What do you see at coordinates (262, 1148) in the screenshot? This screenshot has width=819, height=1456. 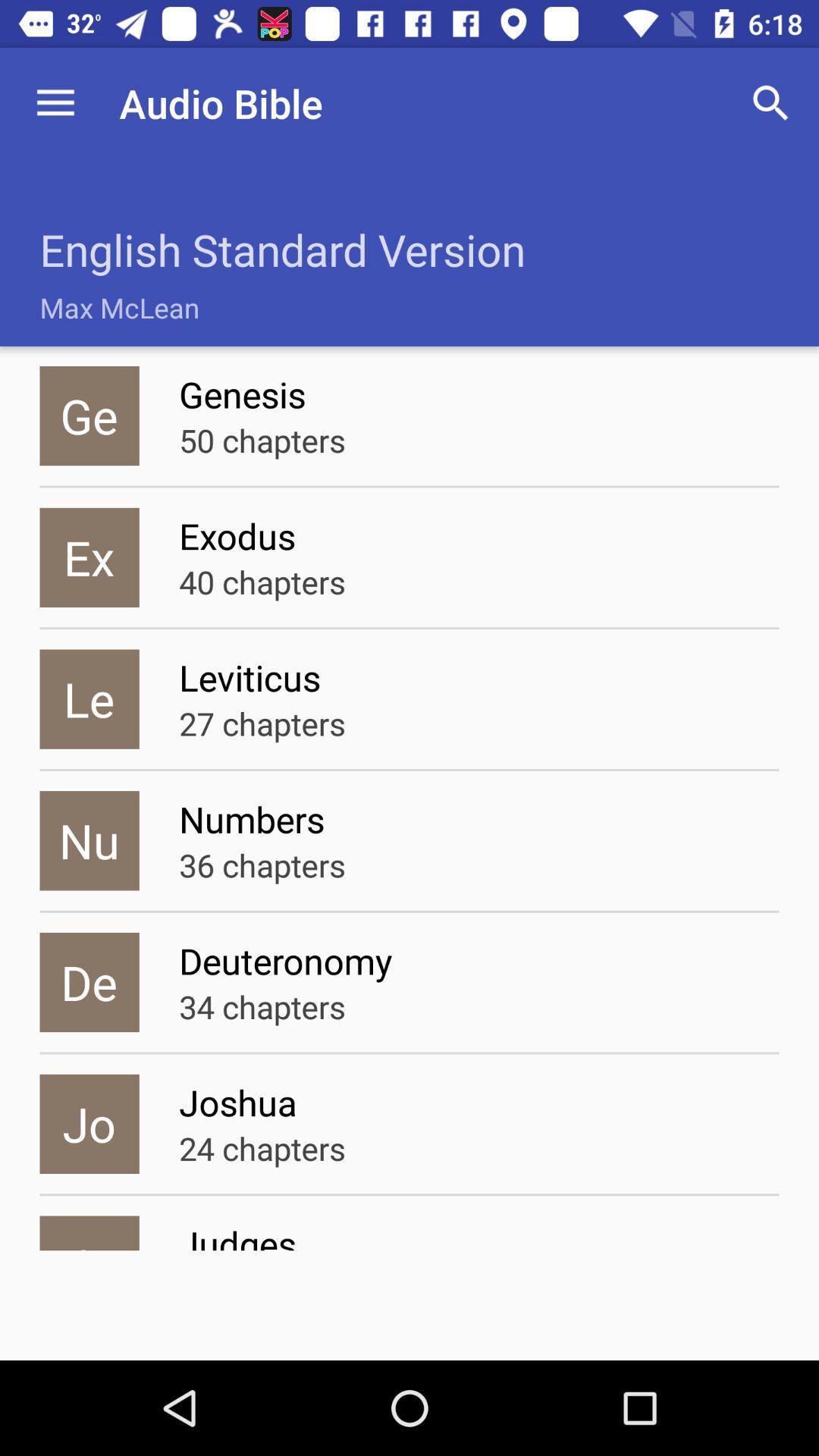 I see `the item to the right of jo` at bounding box center [262, 1148].